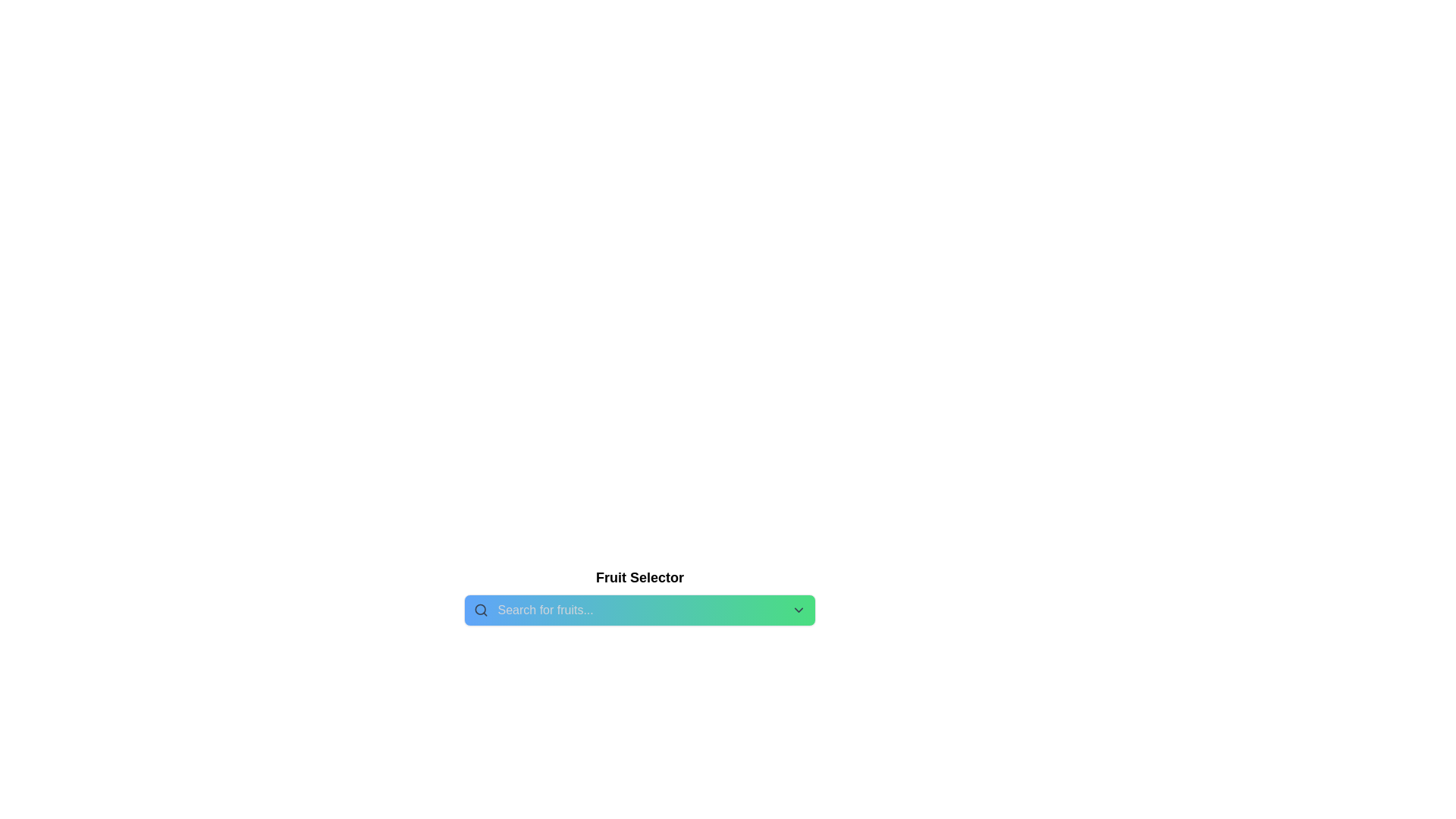 This screenshot has height=819, width=1456. I want to click on the magnifying glass icon's lens component located to the left of the search input text field, so click(479, 609).